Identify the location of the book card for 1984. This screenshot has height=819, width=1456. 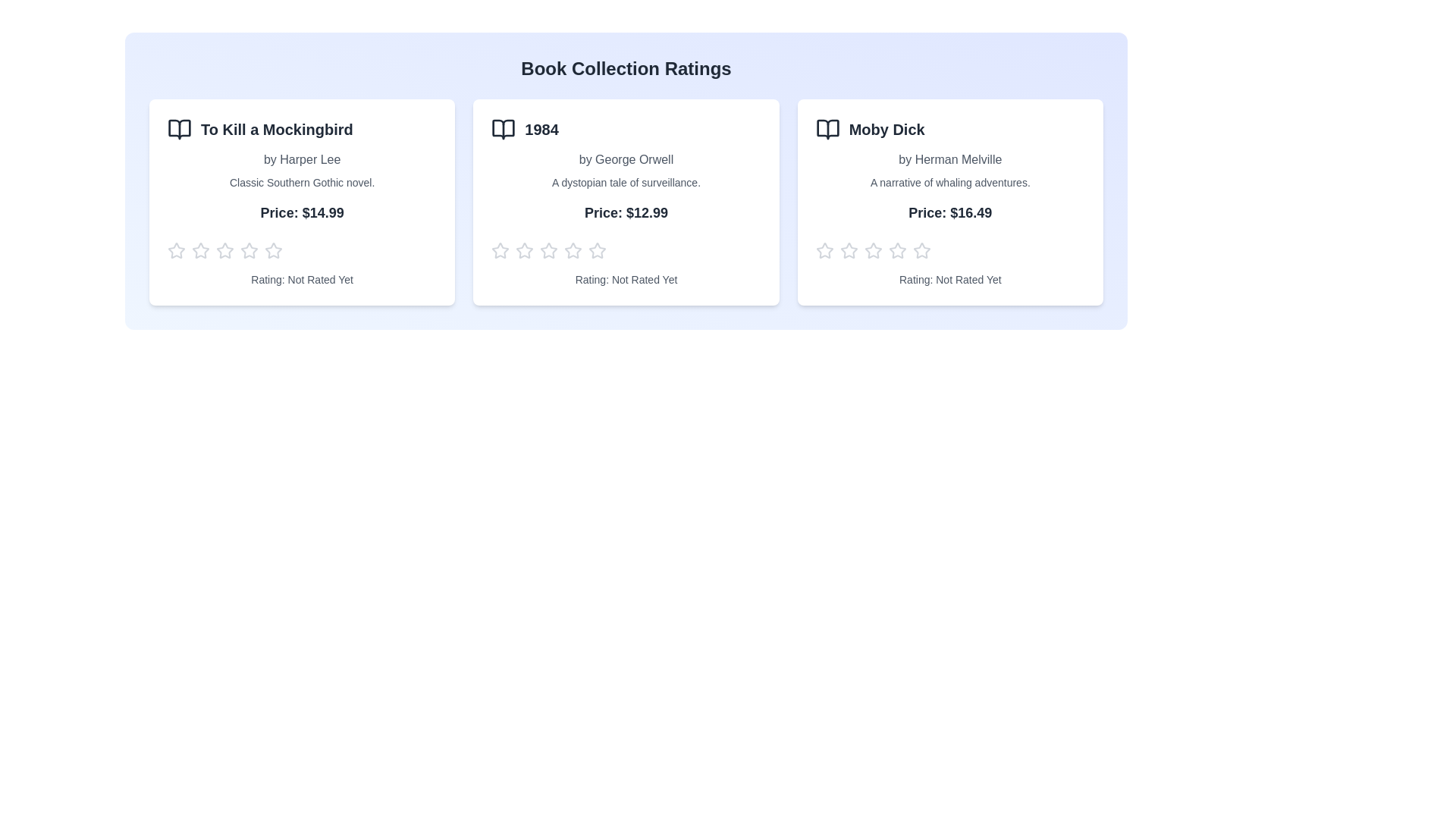
(626, 201).